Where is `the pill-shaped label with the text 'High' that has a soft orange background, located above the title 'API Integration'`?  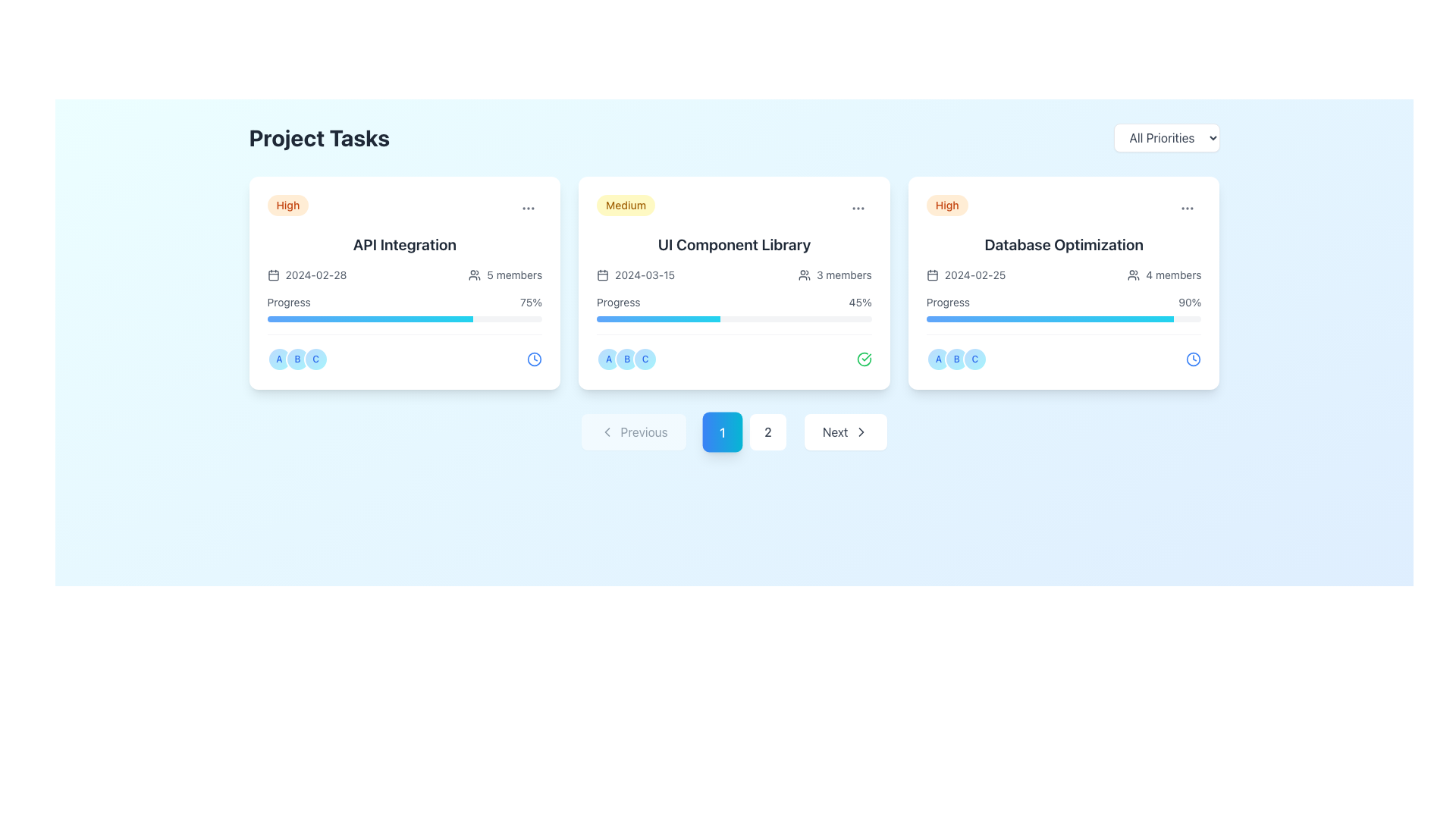 the pill-shaped label with the text 'High' that has a soft orange background, located above the title 'API Integration' is located at coordinates (287, 205).